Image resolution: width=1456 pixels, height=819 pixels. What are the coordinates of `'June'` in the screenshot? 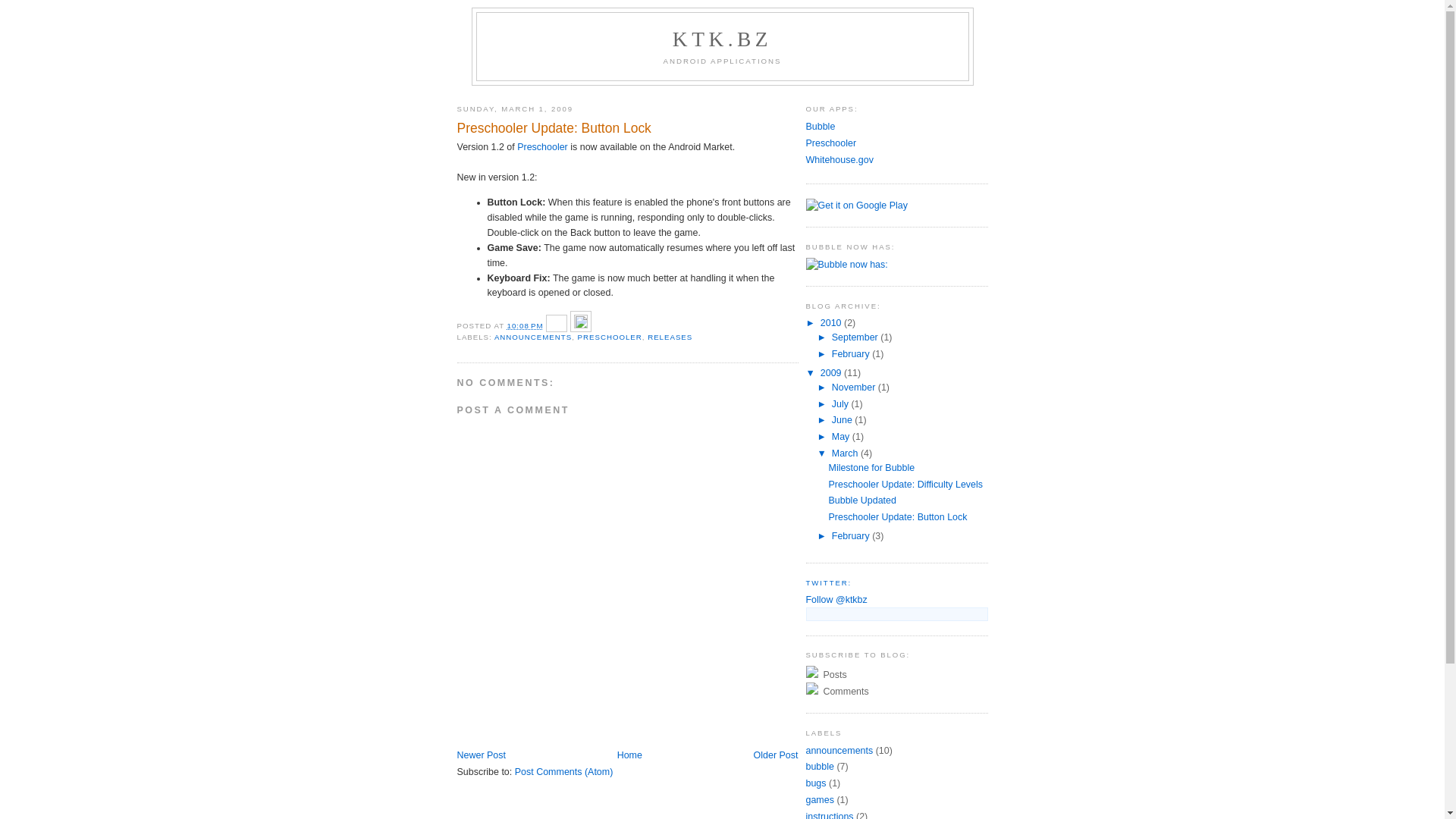 It's located at (843, 420).